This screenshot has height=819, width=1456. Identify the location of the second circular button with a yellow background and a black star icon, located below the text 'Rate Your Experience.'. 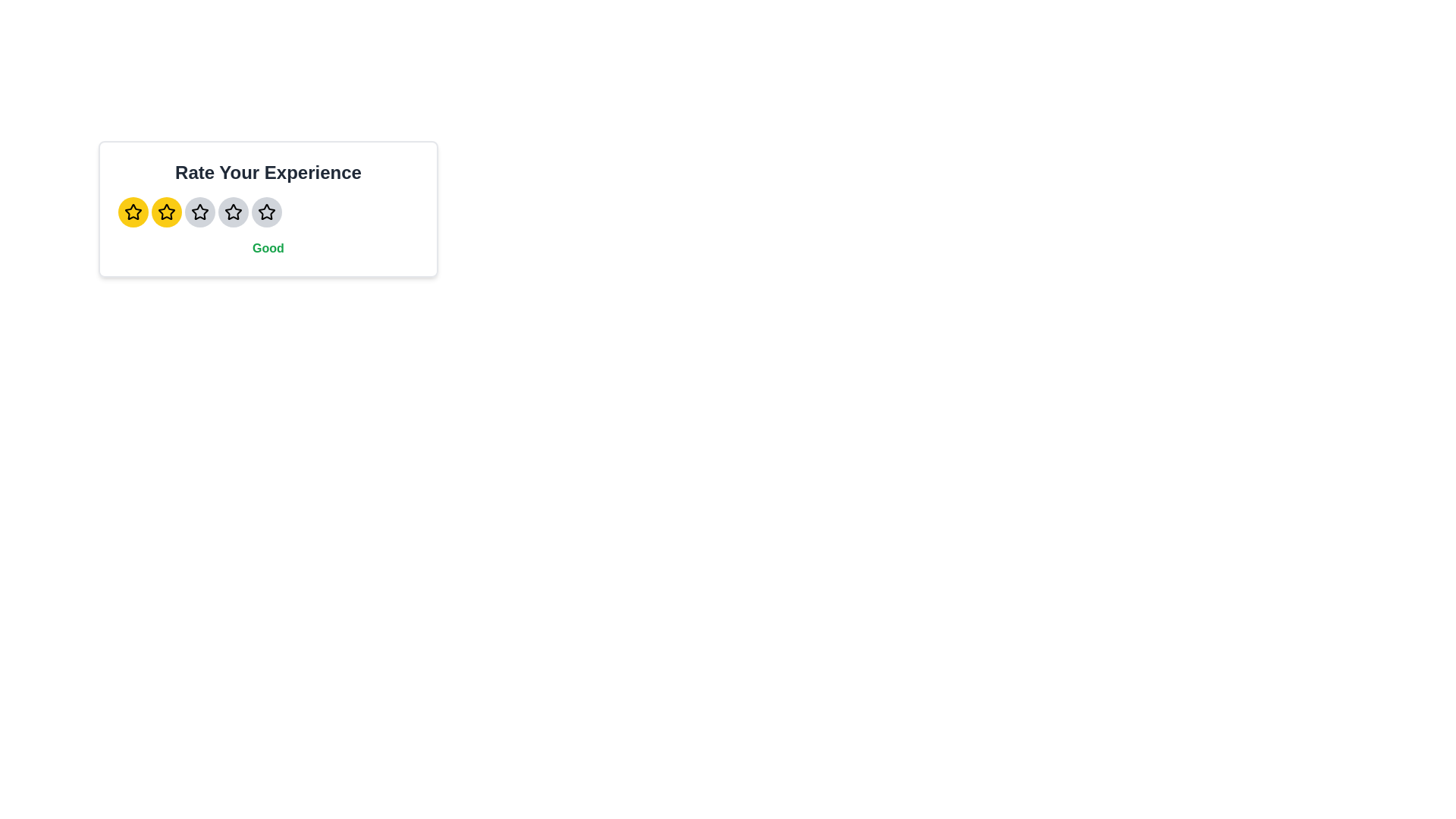
(167, 212).